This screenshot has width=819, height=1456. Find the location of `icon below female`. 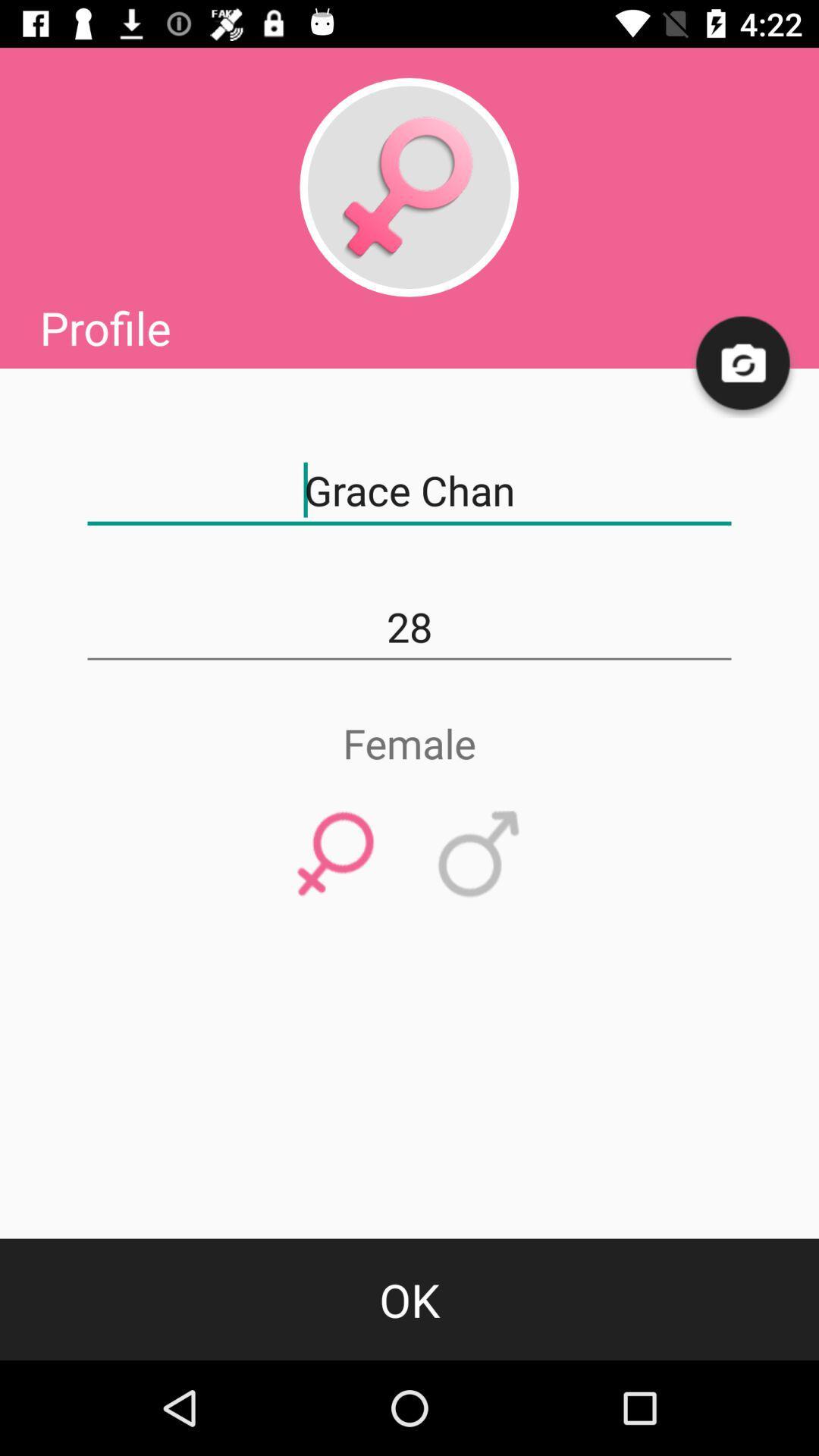

icon below female is located at coordinates (479, 855).